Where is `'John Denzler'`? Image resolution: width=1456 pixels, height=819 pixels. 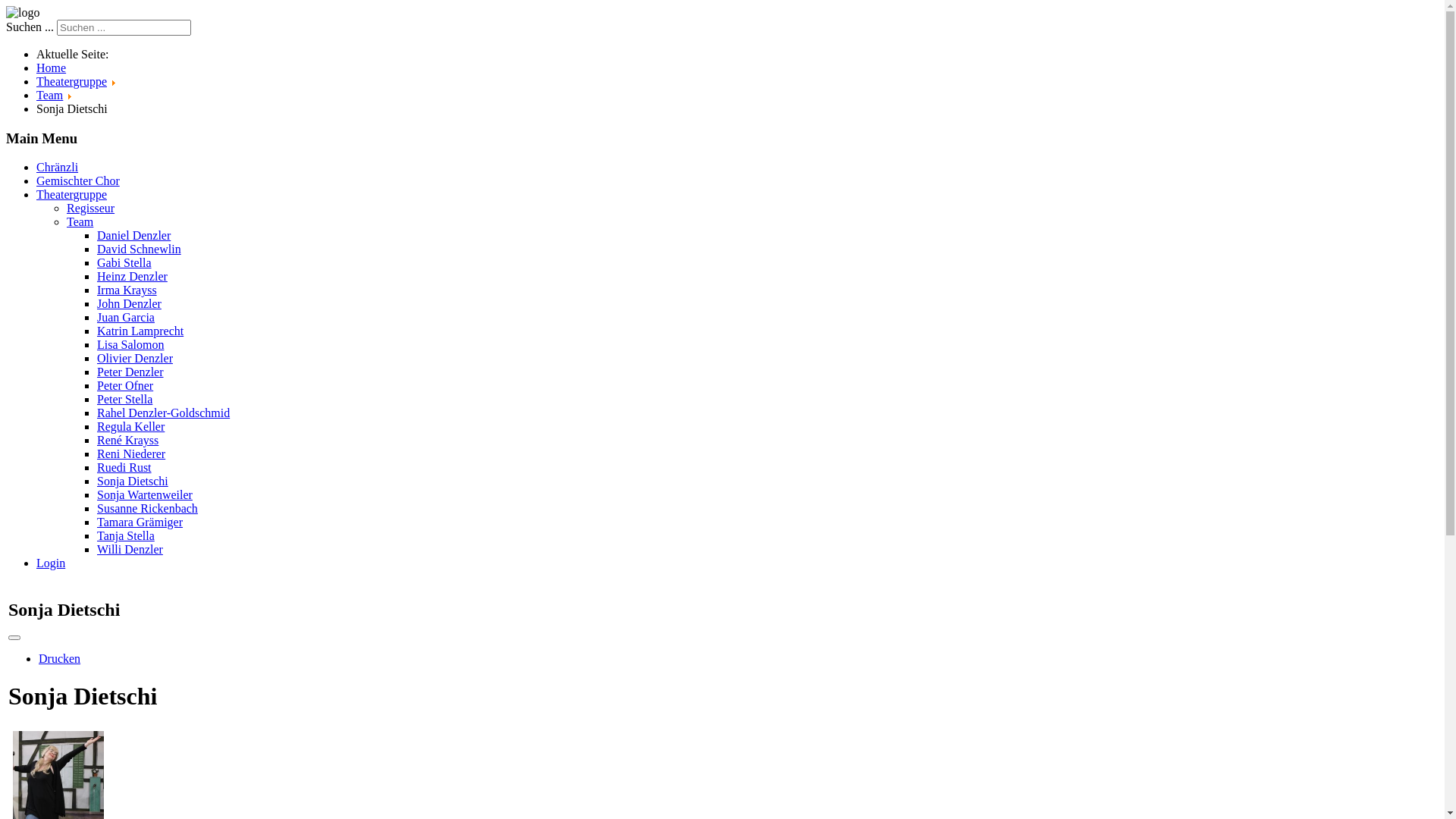 'John Denzler' is located at coordinates (129, 303).